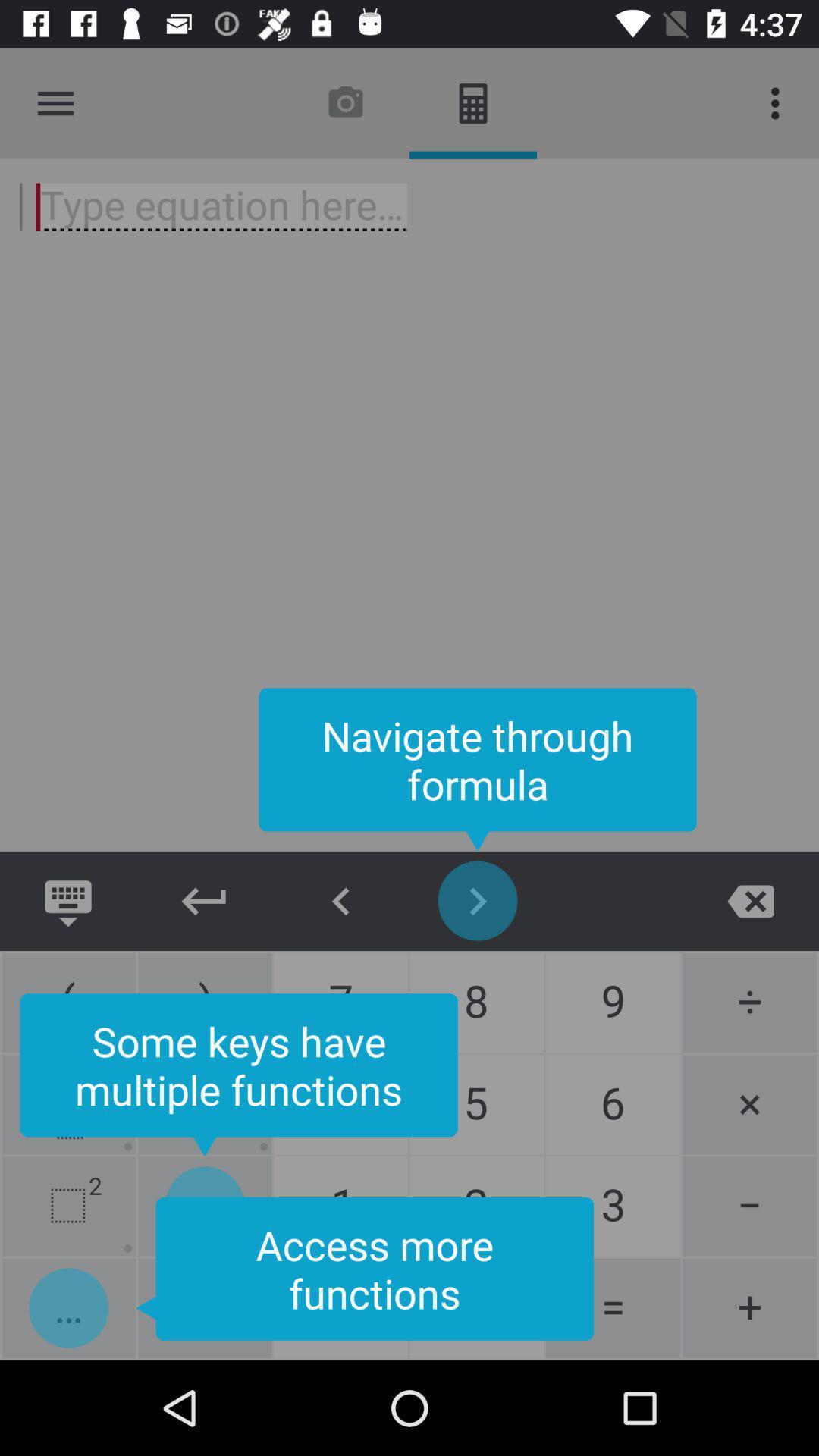 Image resolution: width=819 pixels, height=1456 pixels. Describe the element at coordinates (779, 102) in the screenshot. I see `item at the top right corner` at that location.